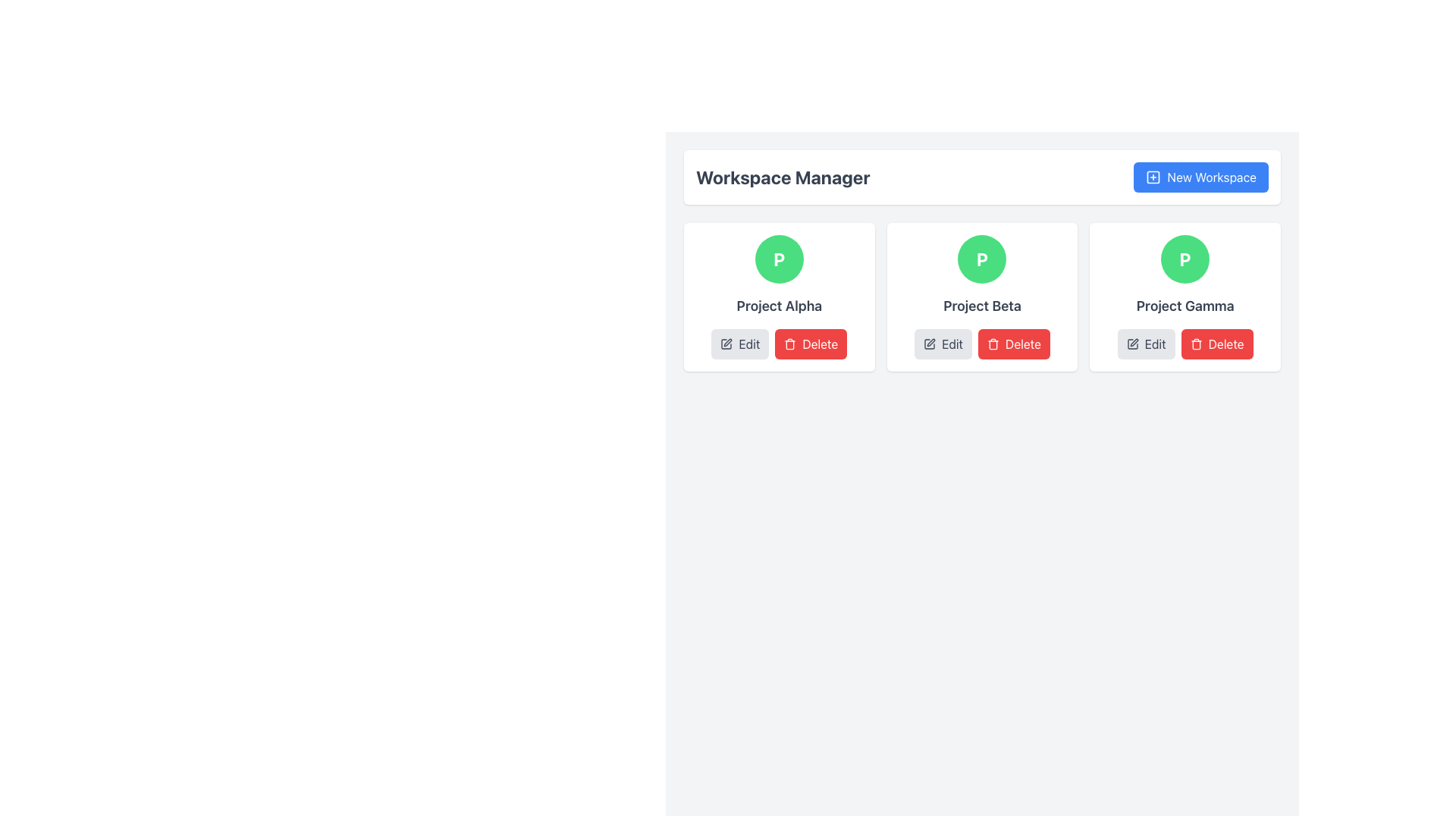 This screenshot has height=819, width=1456. I want to click on the text label 'Project Gamma' which identifies the card contents, positioned below the circular green icon labeled 'P' and above the 'Edit' and 'Delete' buttons in the third card of a horizontal grid layout, so click(1185, 306).